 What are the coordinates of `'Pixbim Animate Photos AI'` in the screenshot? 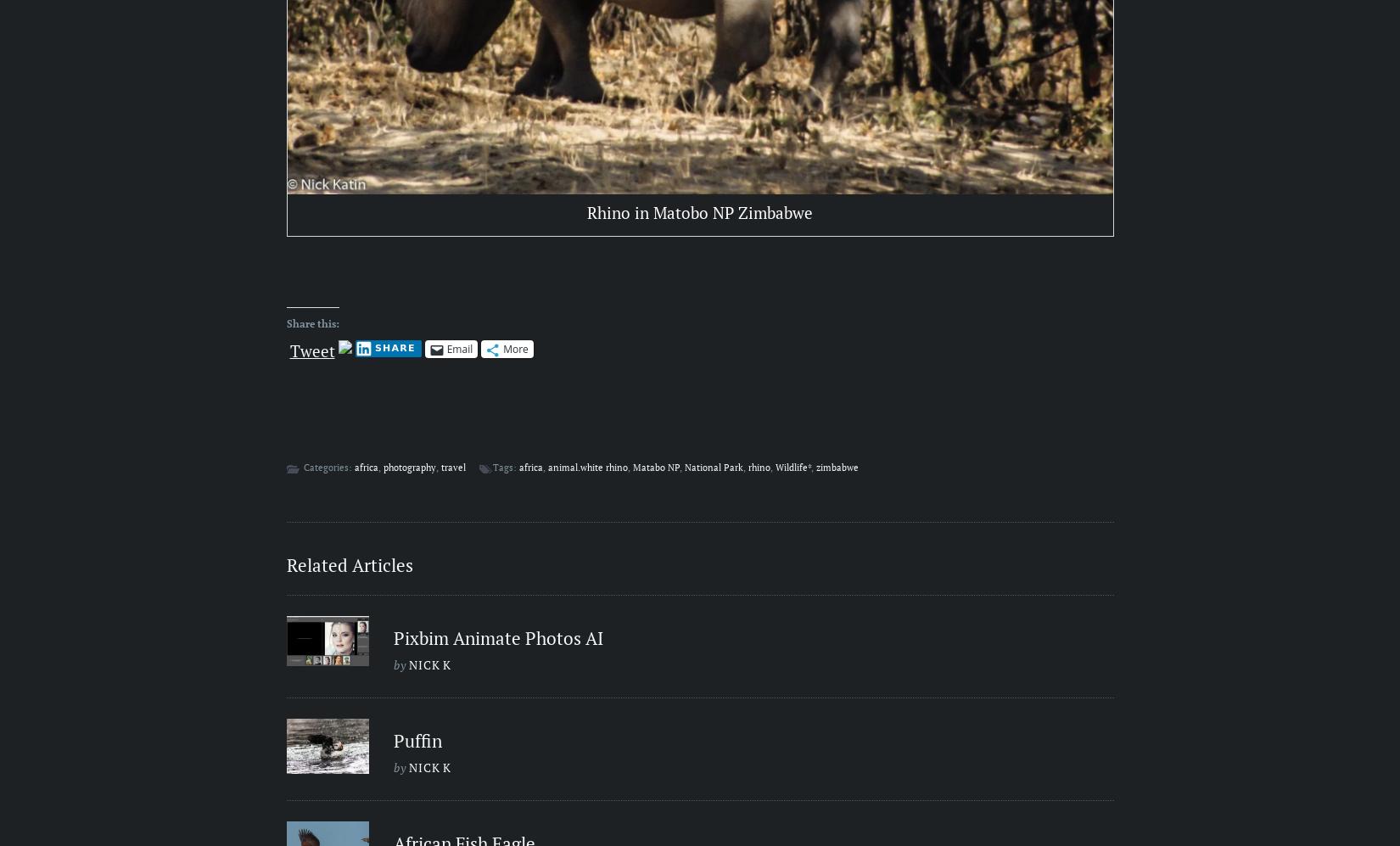 It's located at (392, 638).